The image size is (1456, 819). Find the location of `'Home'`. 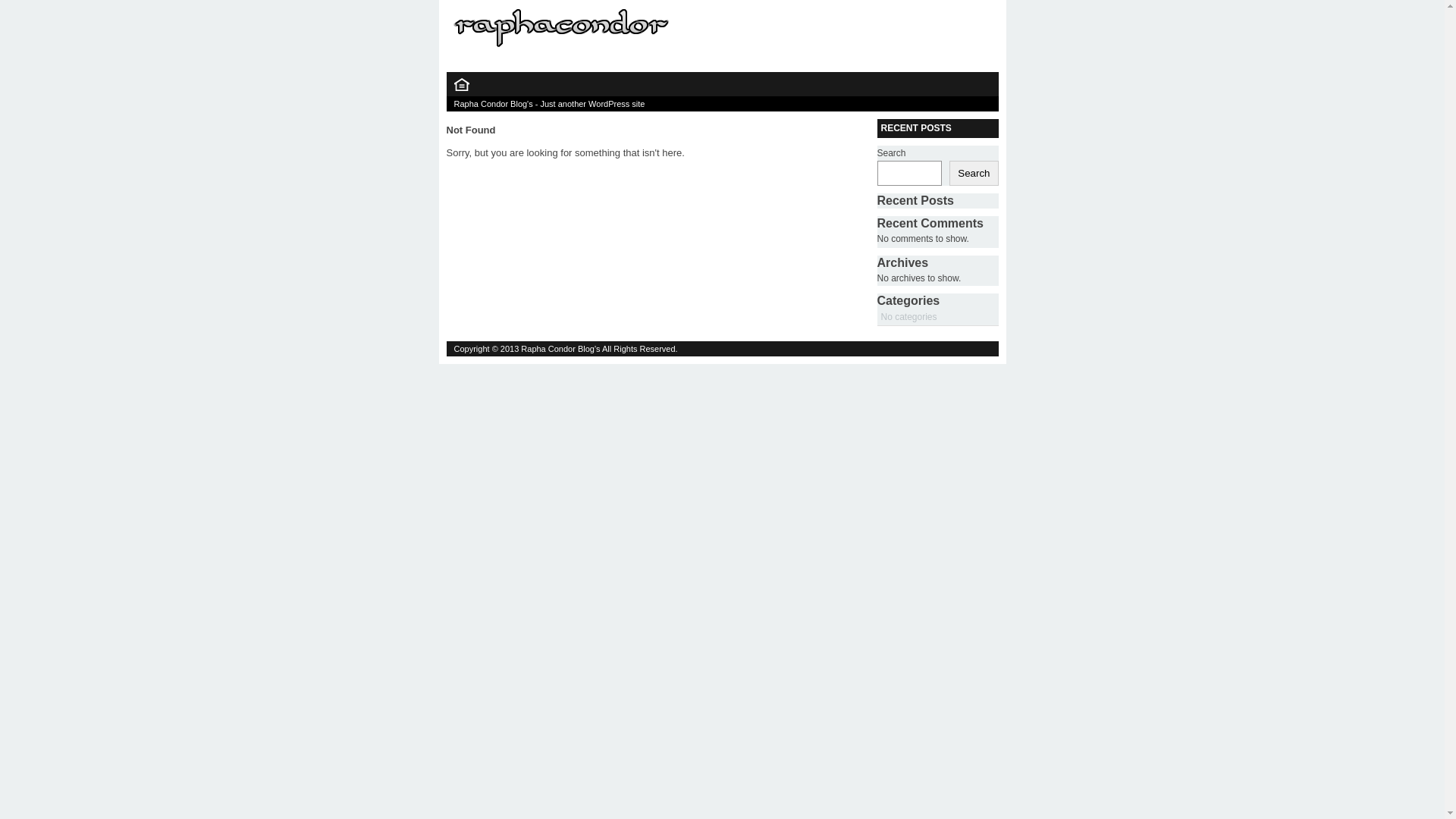

'Home' is located at coordinates (460, 87).